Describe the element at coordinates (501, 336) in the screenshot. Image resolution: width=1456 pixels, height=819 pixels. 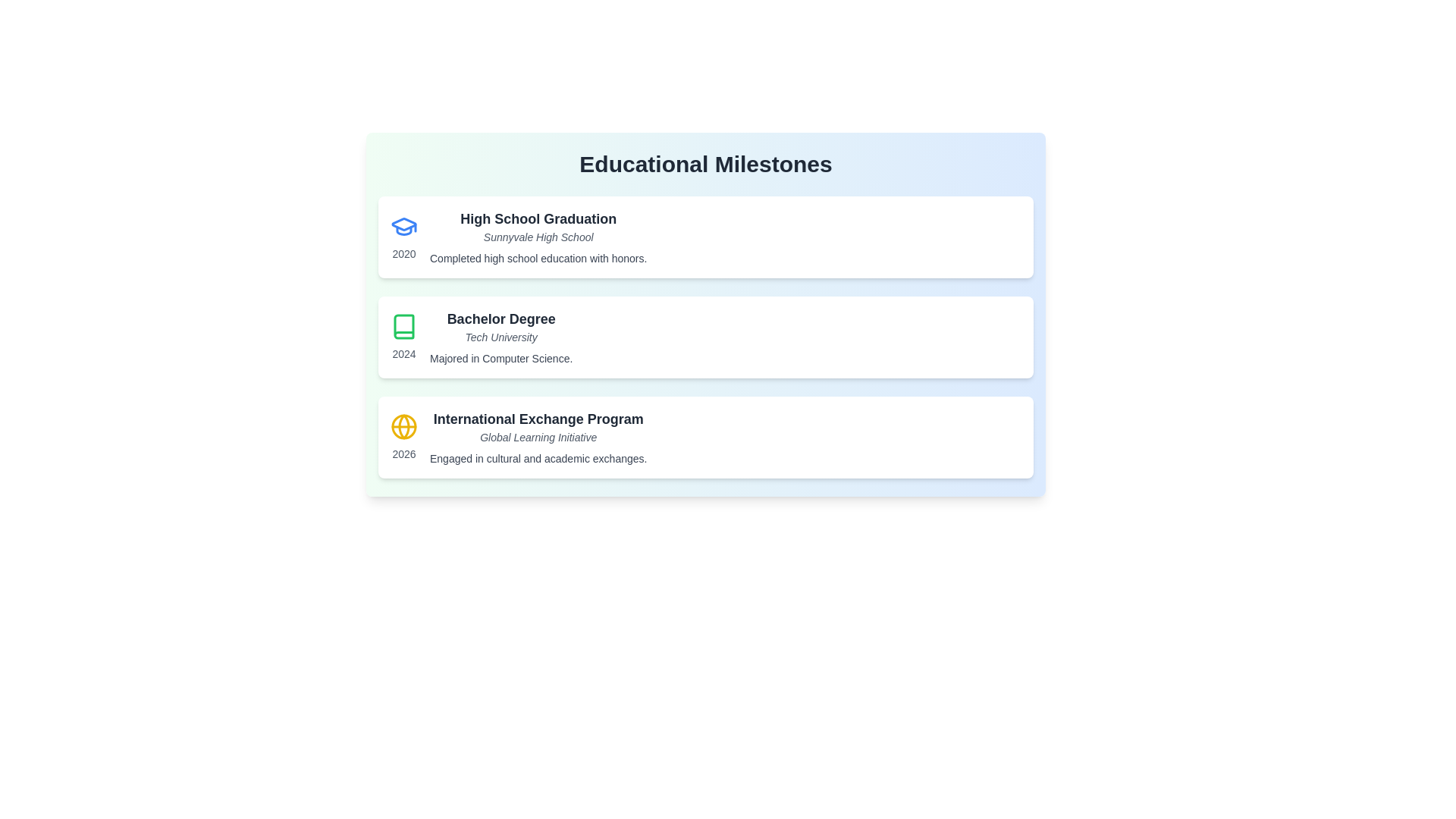
I see `text content block that includes 'Bachelor Degree', 'Tech University', and 'Majored in Computer Science.'` at that location.